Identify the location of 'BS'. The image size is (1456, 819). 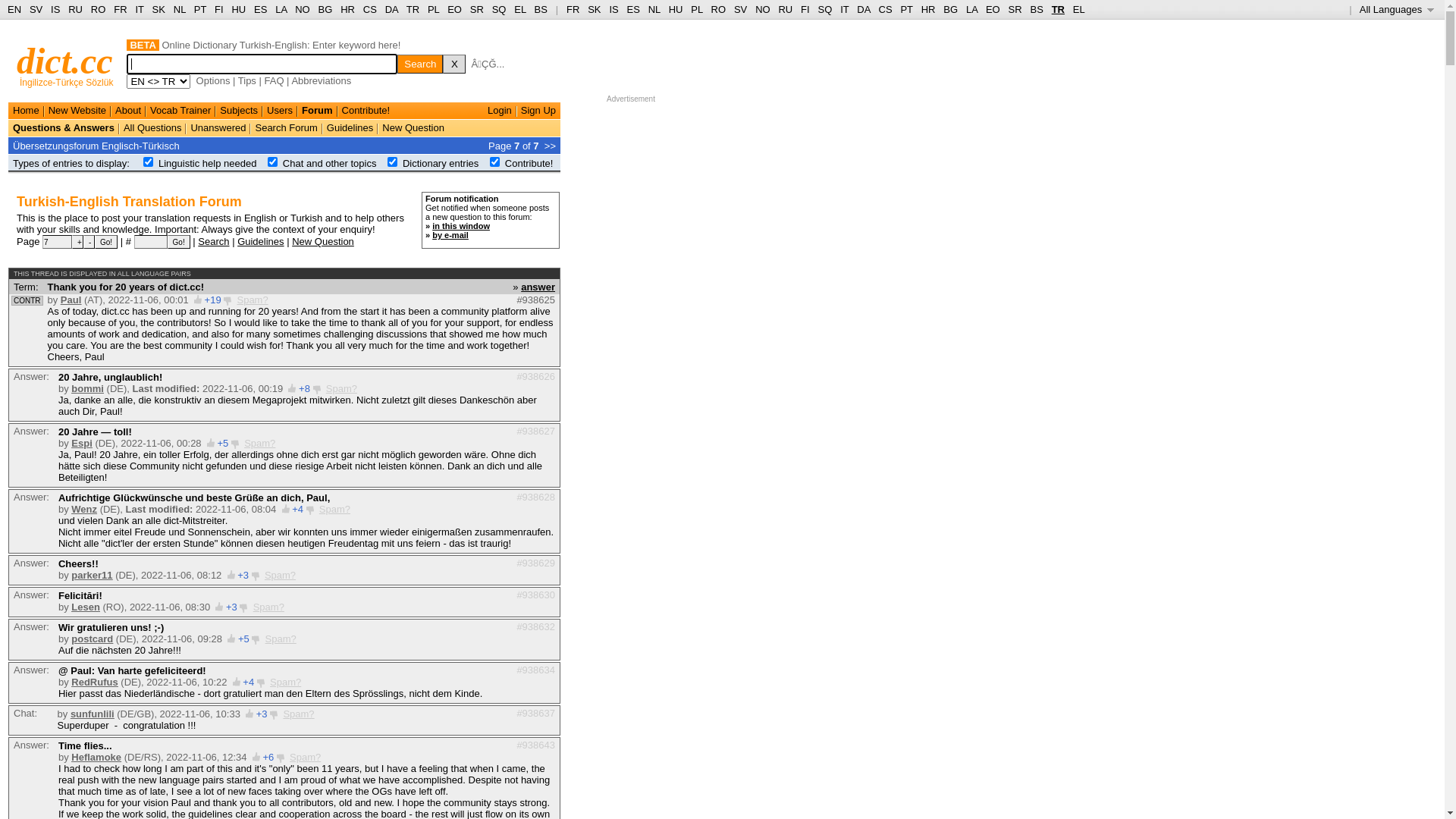
(535, 9).